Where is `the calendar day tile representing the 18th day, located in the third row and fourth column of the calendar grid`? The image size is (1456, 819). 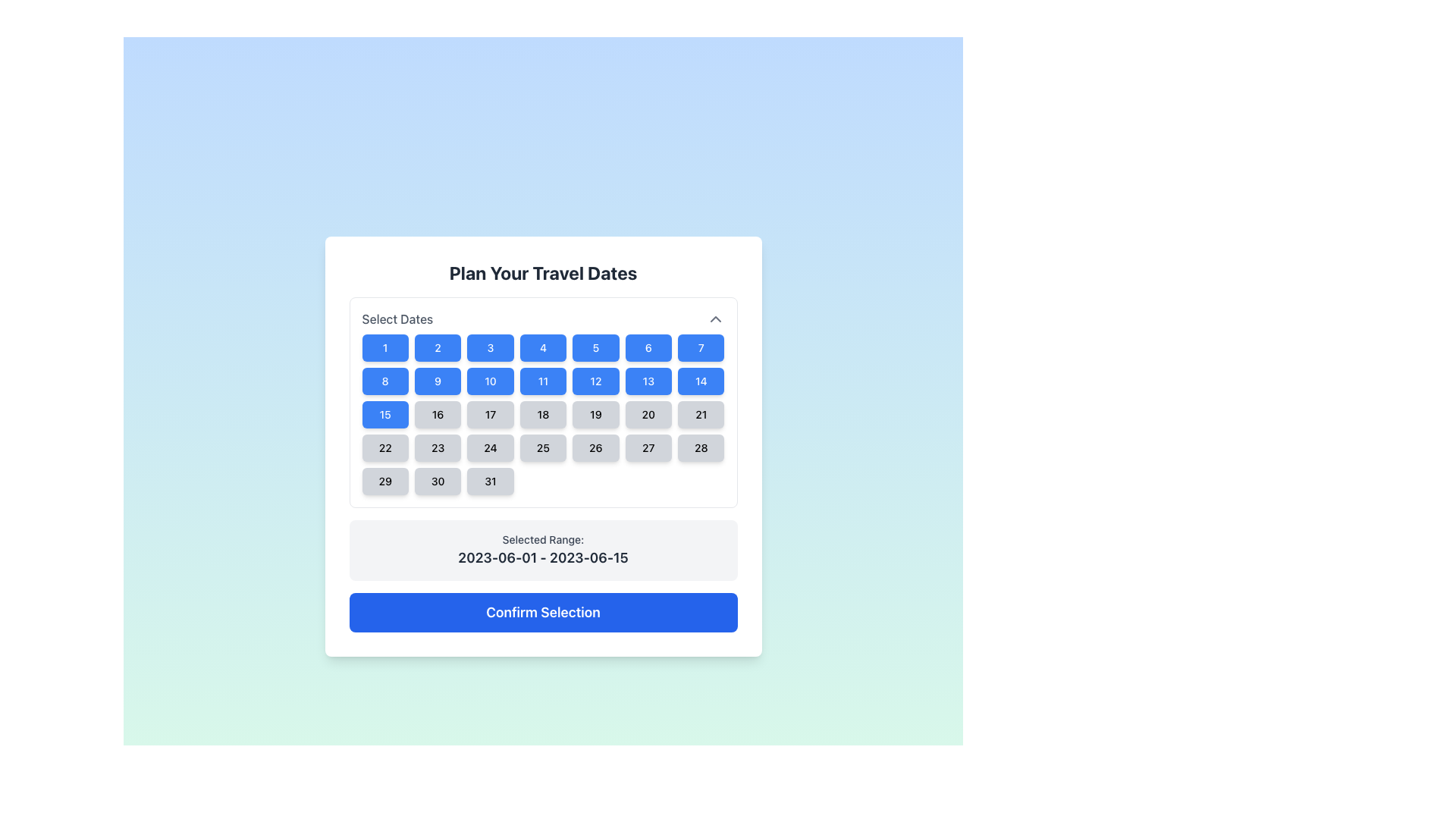 the calendar day tile representing the 18th day, located in the third row and fourth column of the calendar grid is located at coordinates (543, 402).